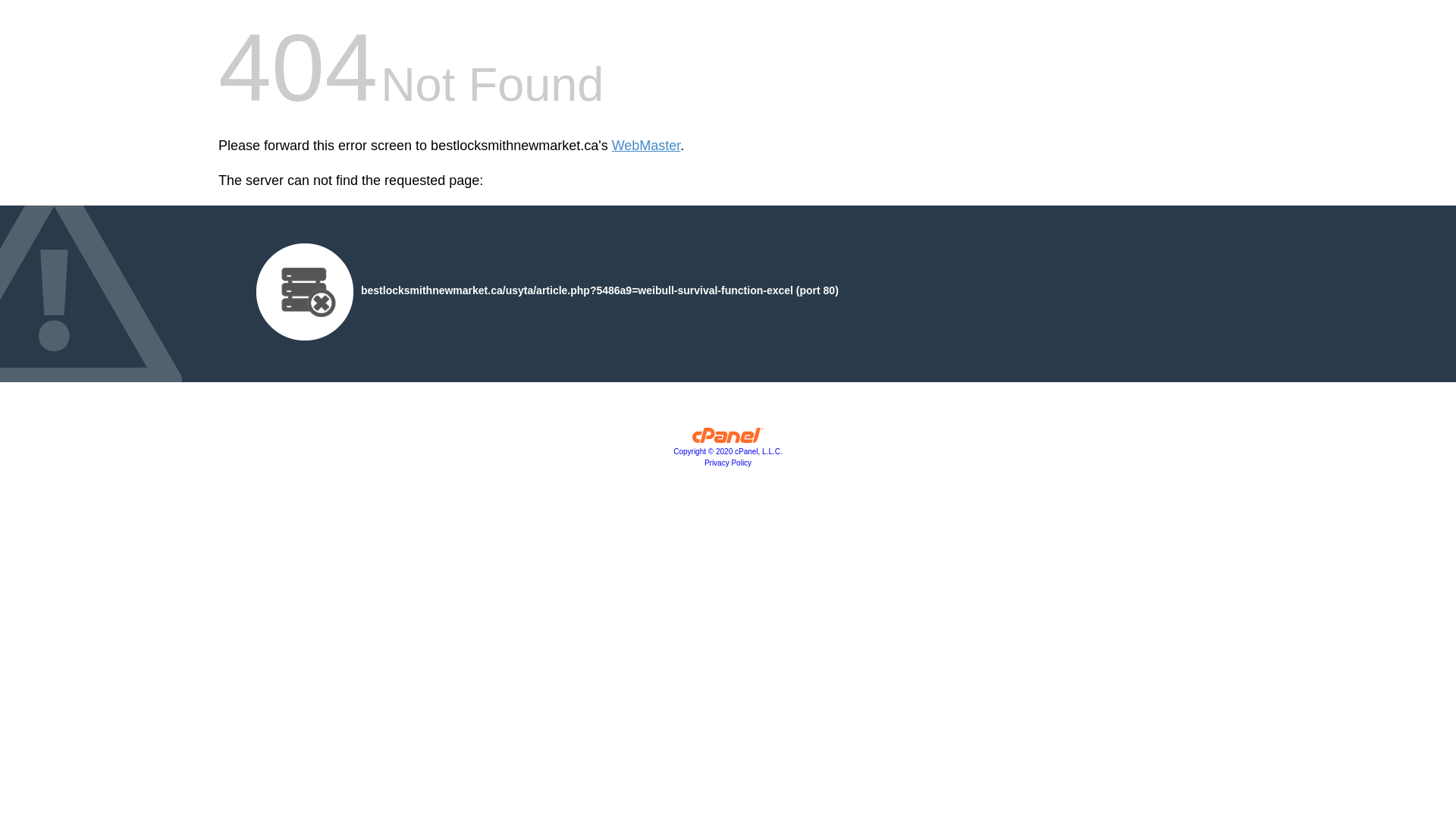 The image size is (1456, 819). Describe the element at coordinates (728, 438) in the screenshot. I see `'cPanel, Inc.'` at that location.